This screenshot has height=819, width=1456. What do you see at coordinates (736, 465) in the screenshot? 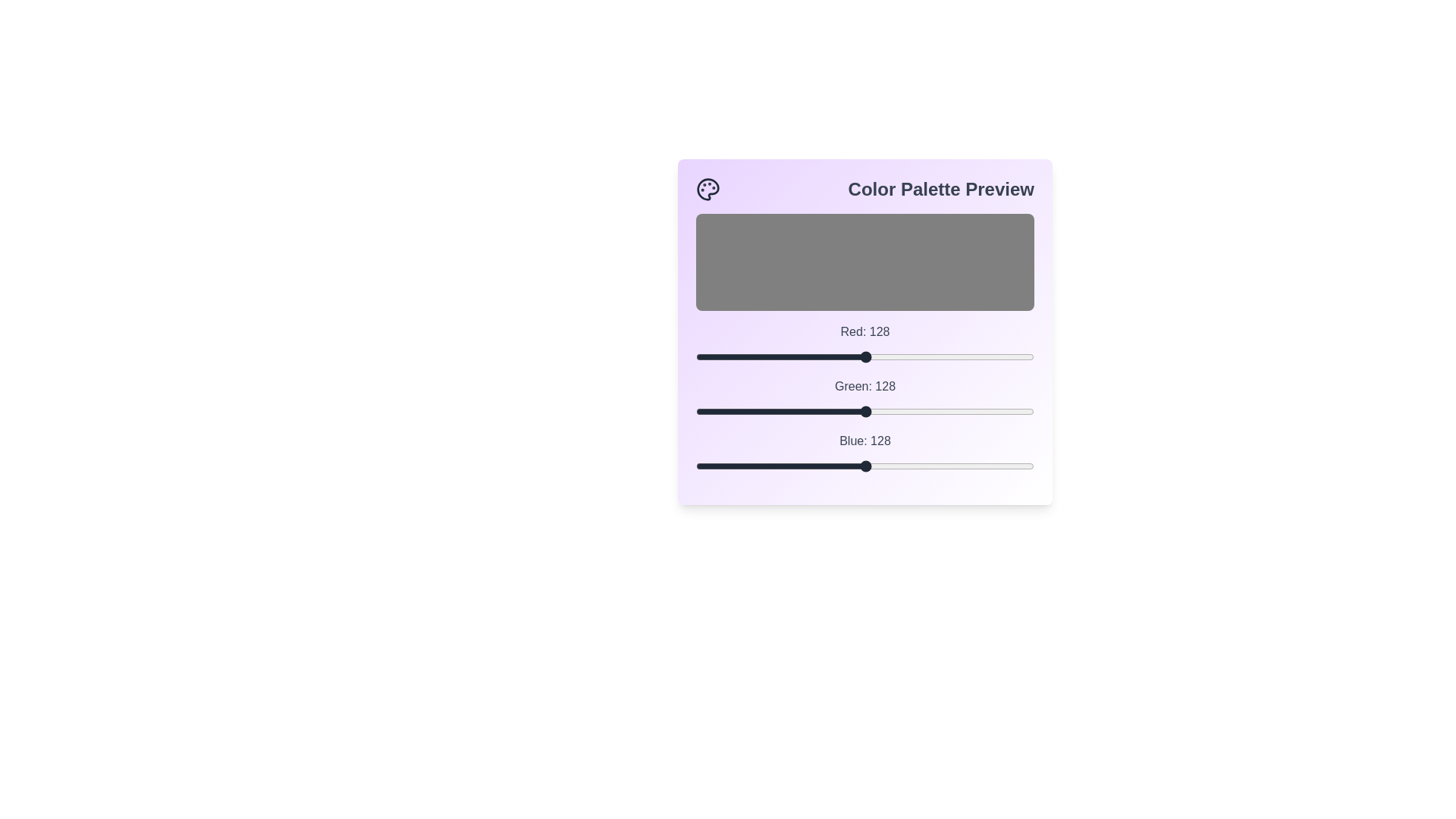
I see `the blue component` at bounding box center [736, 465].